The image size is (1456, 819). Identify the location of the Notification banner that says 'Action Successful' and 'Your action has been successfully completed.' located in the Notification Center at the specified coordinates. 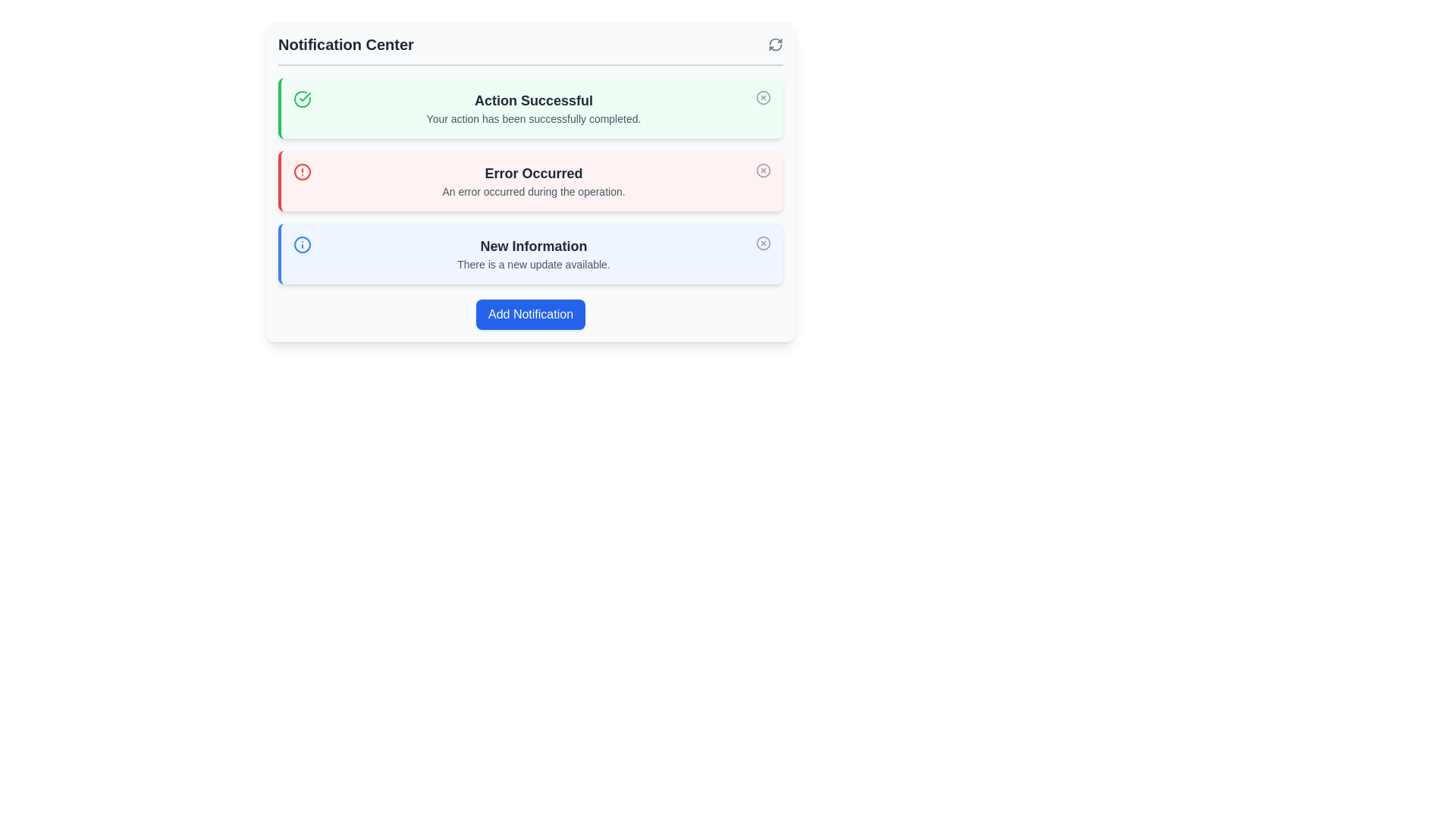
(534, 107).